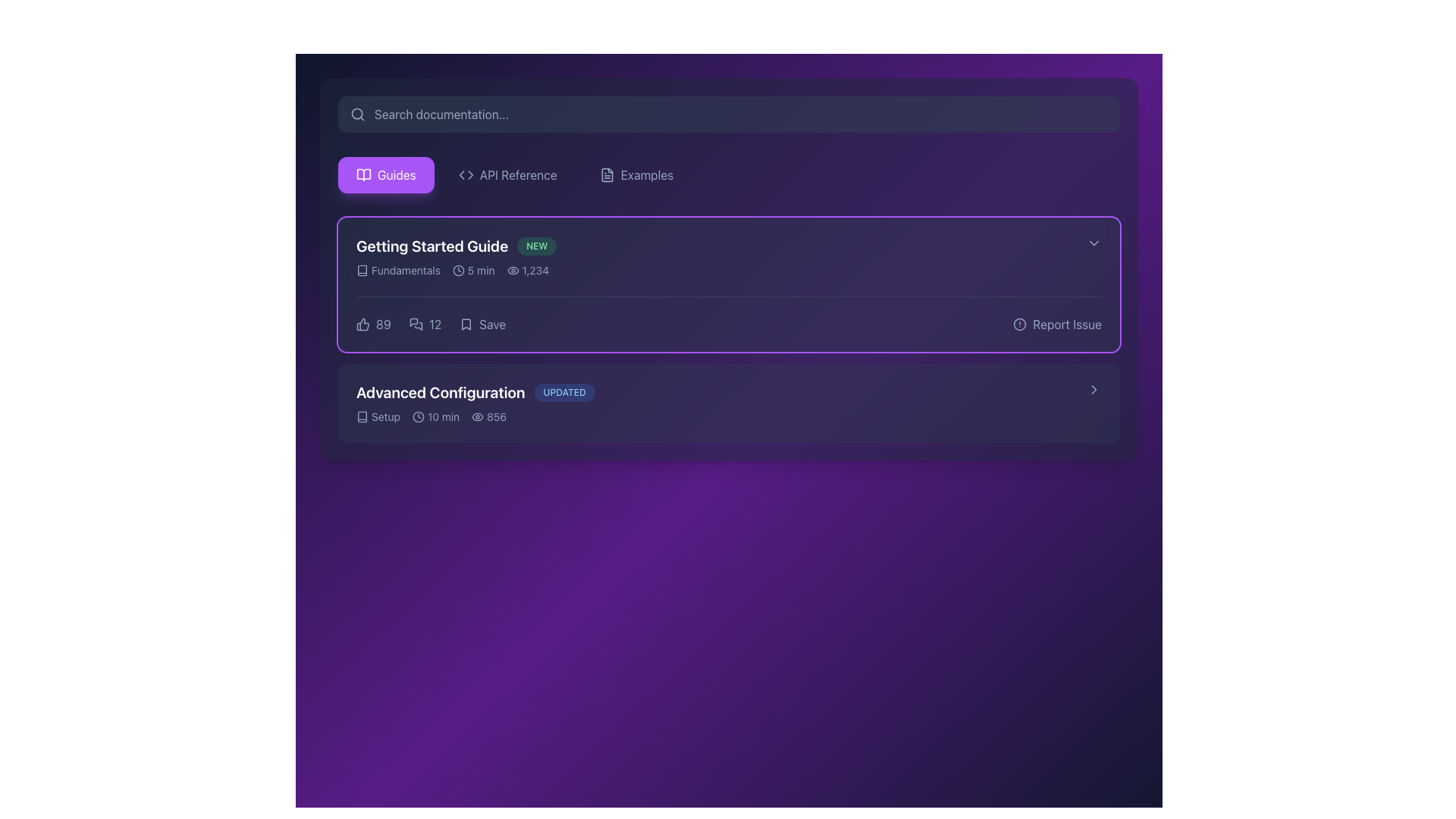  What do you see at coordinates (720, 256) in the screenshot?
I see `the 'Getting Started Guide' tile, which features a 'NEW' badge` at bounding box center [720, 256].